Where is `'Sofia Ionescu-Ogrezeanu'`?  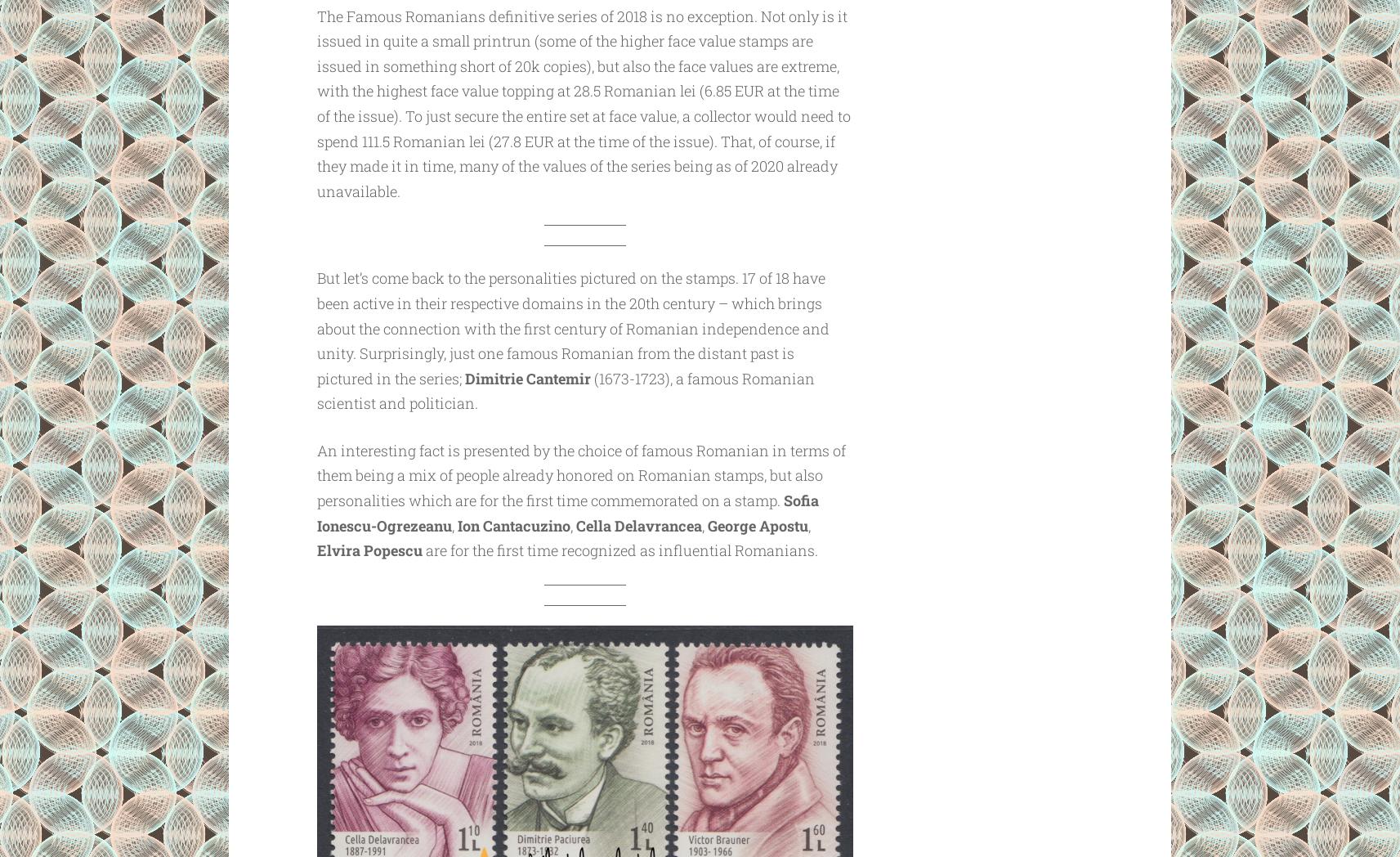 'Sofia Ionescu-Ogrezeanu' is located at coordinates (566, 512).